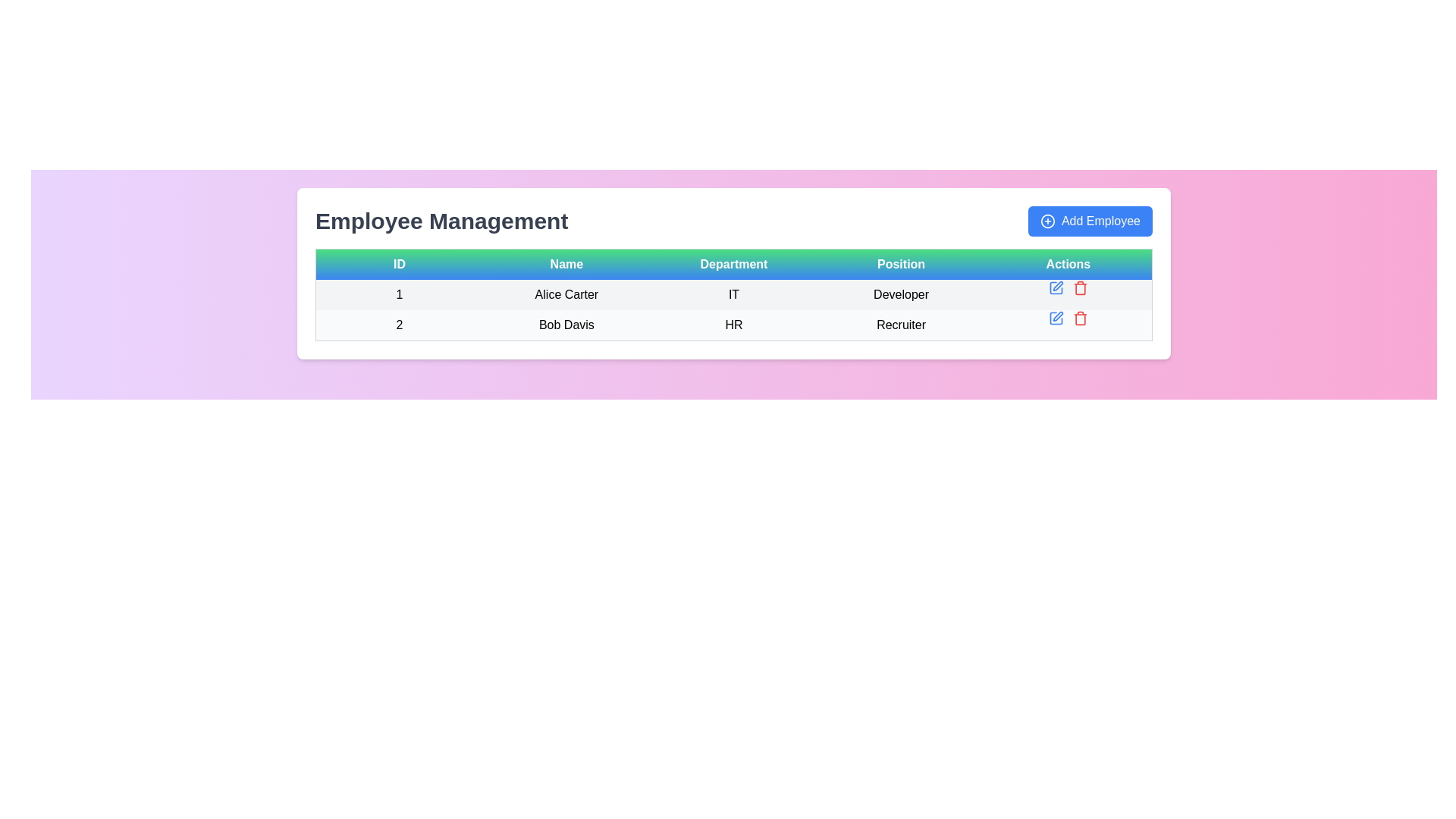 This screenshot has width=1456, height=819. I want to click on the 'Add New Employee' button located at the top-right of the 'Employee Management' section, so click(1089, 221).